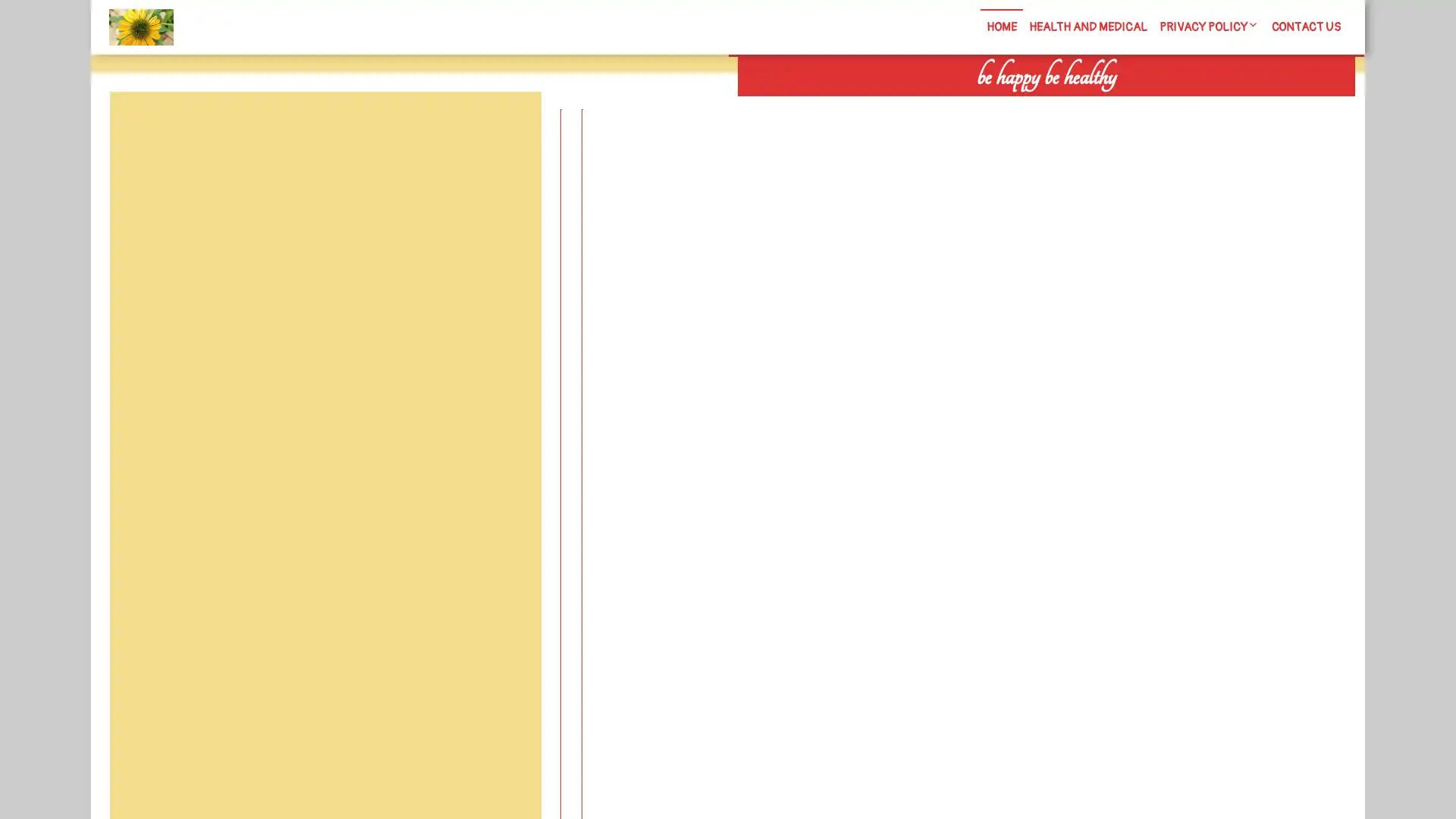 The image size is (1456, 819). I want to click on Search, so click(506, 127).